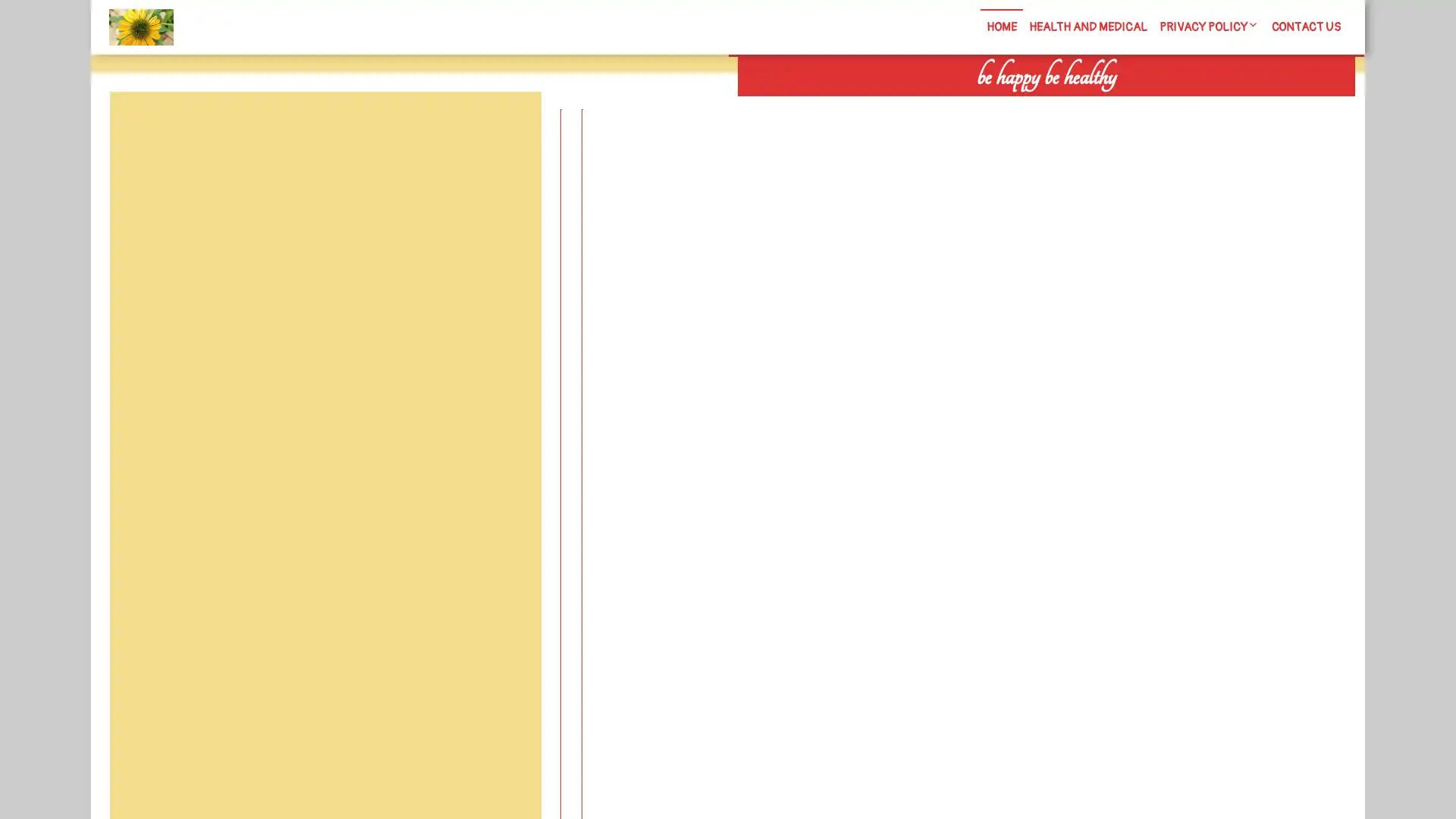 The image size is (1456, 819). I want to click on Search, so click(506, 127).